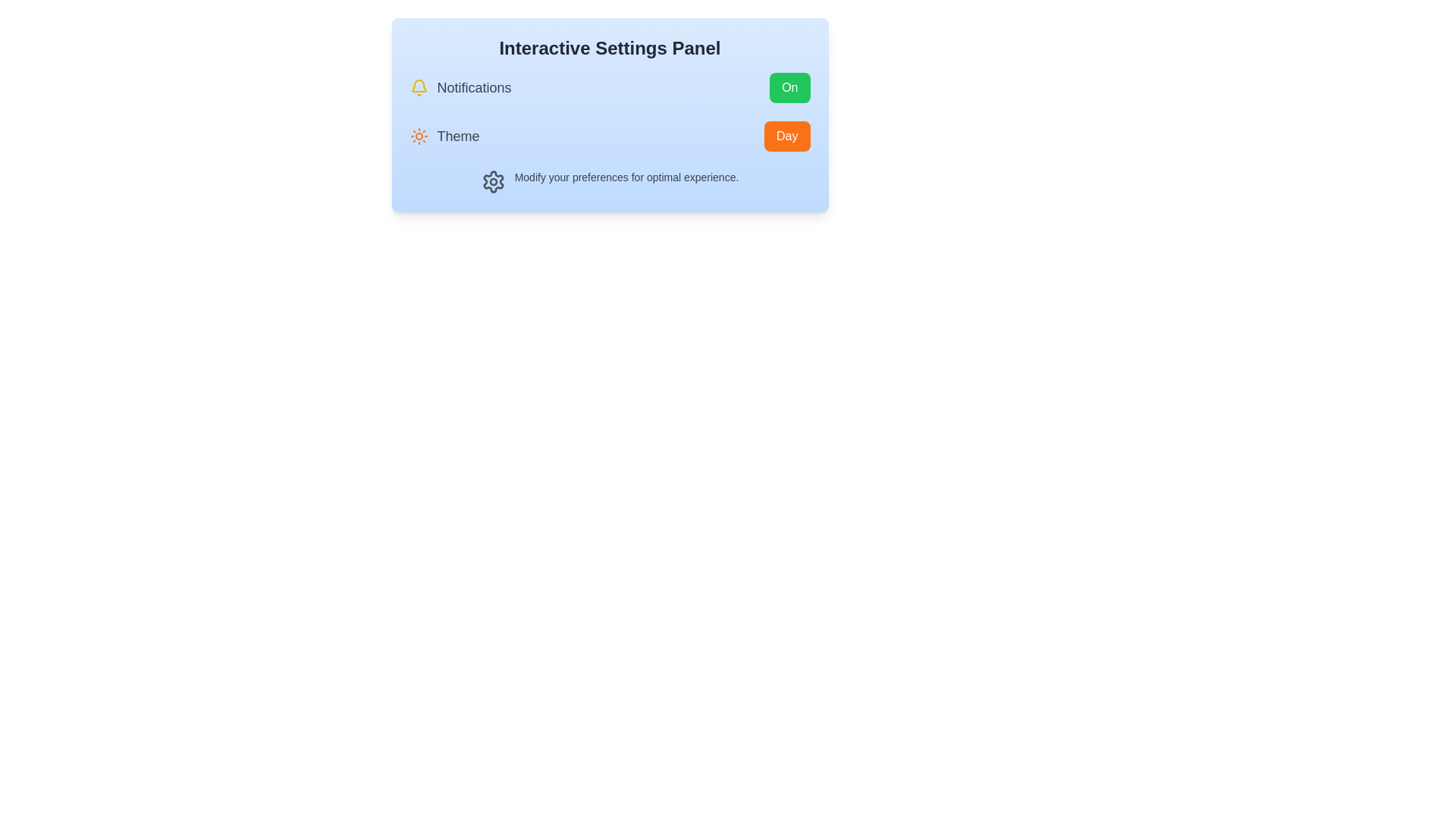 This screenshot has height=819, width=1456. I want to click on the bell-shaped yellow icon representing Notifications in the Interactive Settings Panel, which is positioned next to the text label 'Notifications', so click(419, 87).